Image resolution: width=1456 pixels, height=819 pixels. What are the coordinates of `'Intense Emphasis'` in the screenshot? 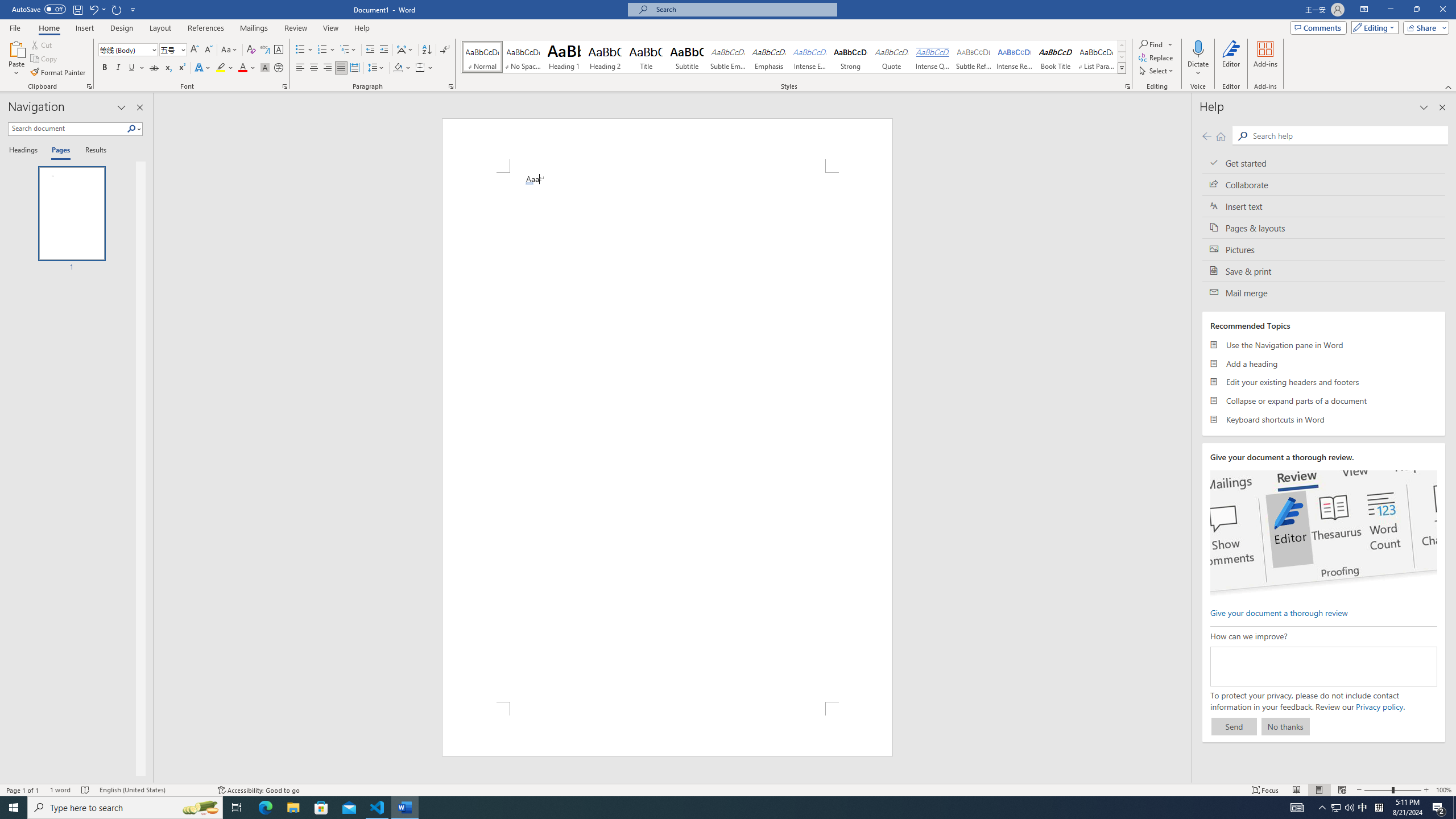 It's located at (809, 56).